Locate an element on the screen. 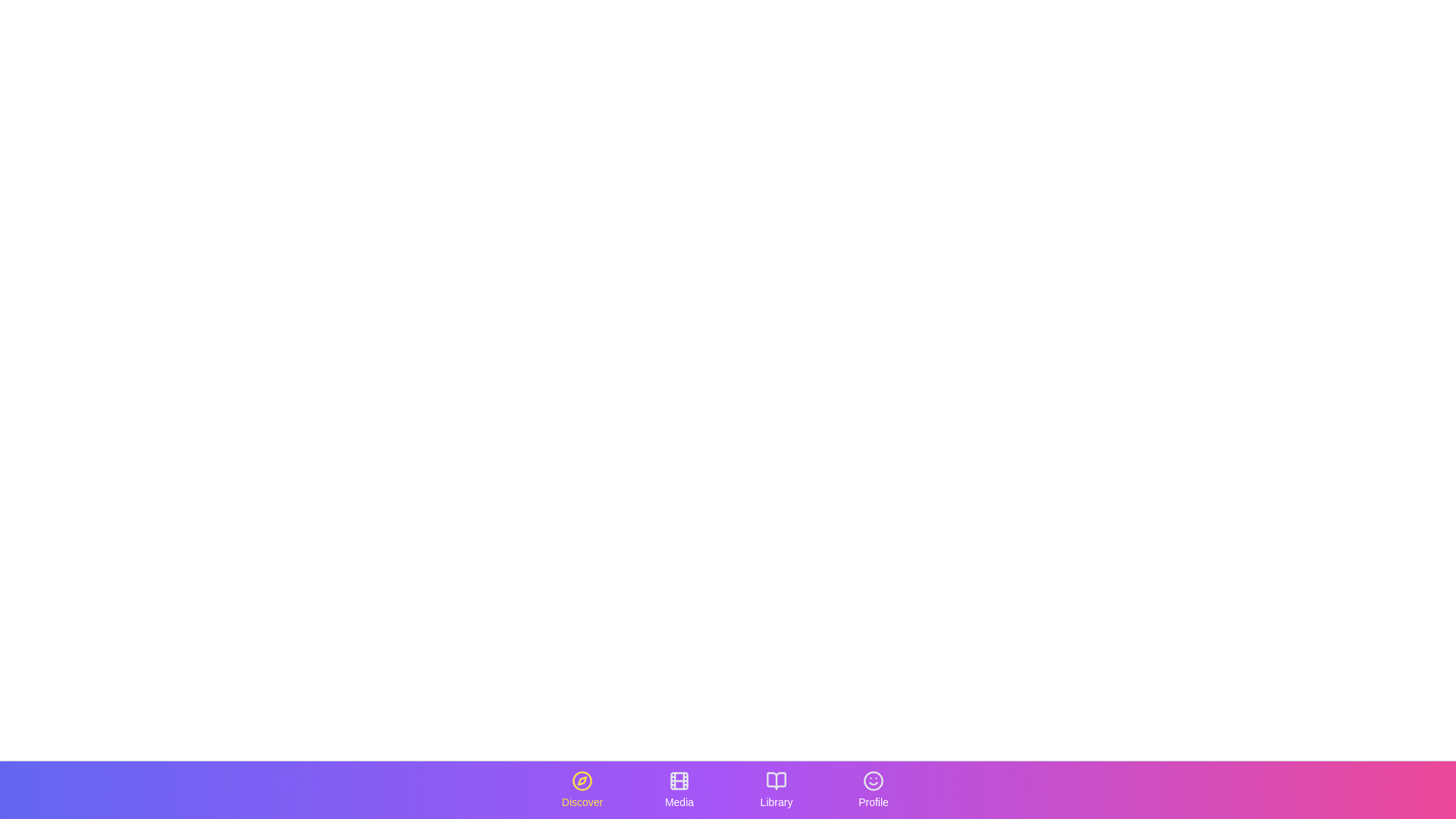 Image resolution: width=1456 pixels, height=819 pixels. the tab labeled Profile to observe the hover animation effect is located at coordinates (874, 789).